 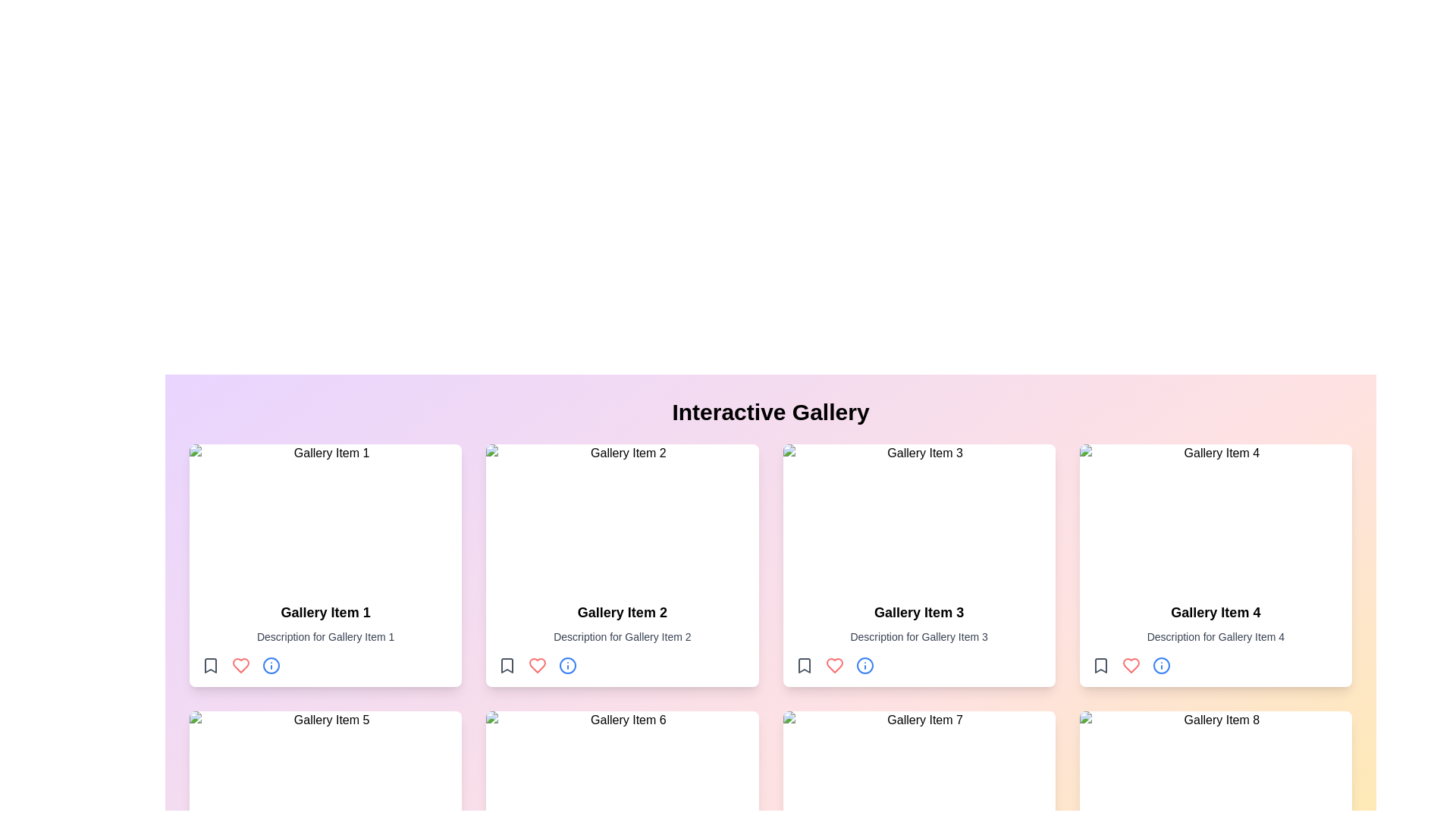 What do you see at coordinates (622, 638) in the screenshot?
I see `the text block displaying details for 'Gallery Item 2'` at bounding box center [622, 638].